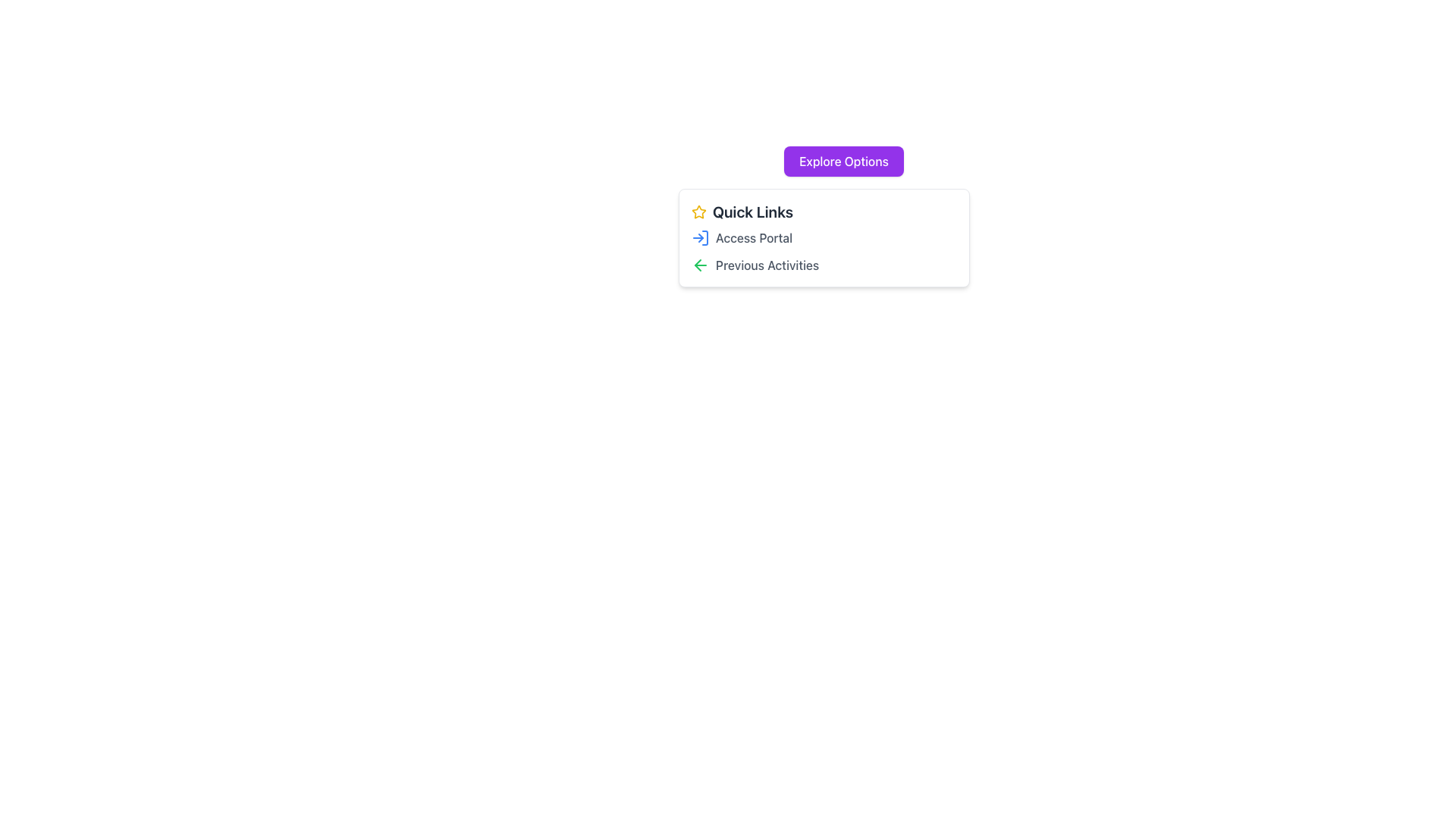  I want to click on the blue rightward arrow icon located in the 'Access Portal' section under the Quick Links group, which is positioned to the left of the text 'Access Portal', so click(700, 237).